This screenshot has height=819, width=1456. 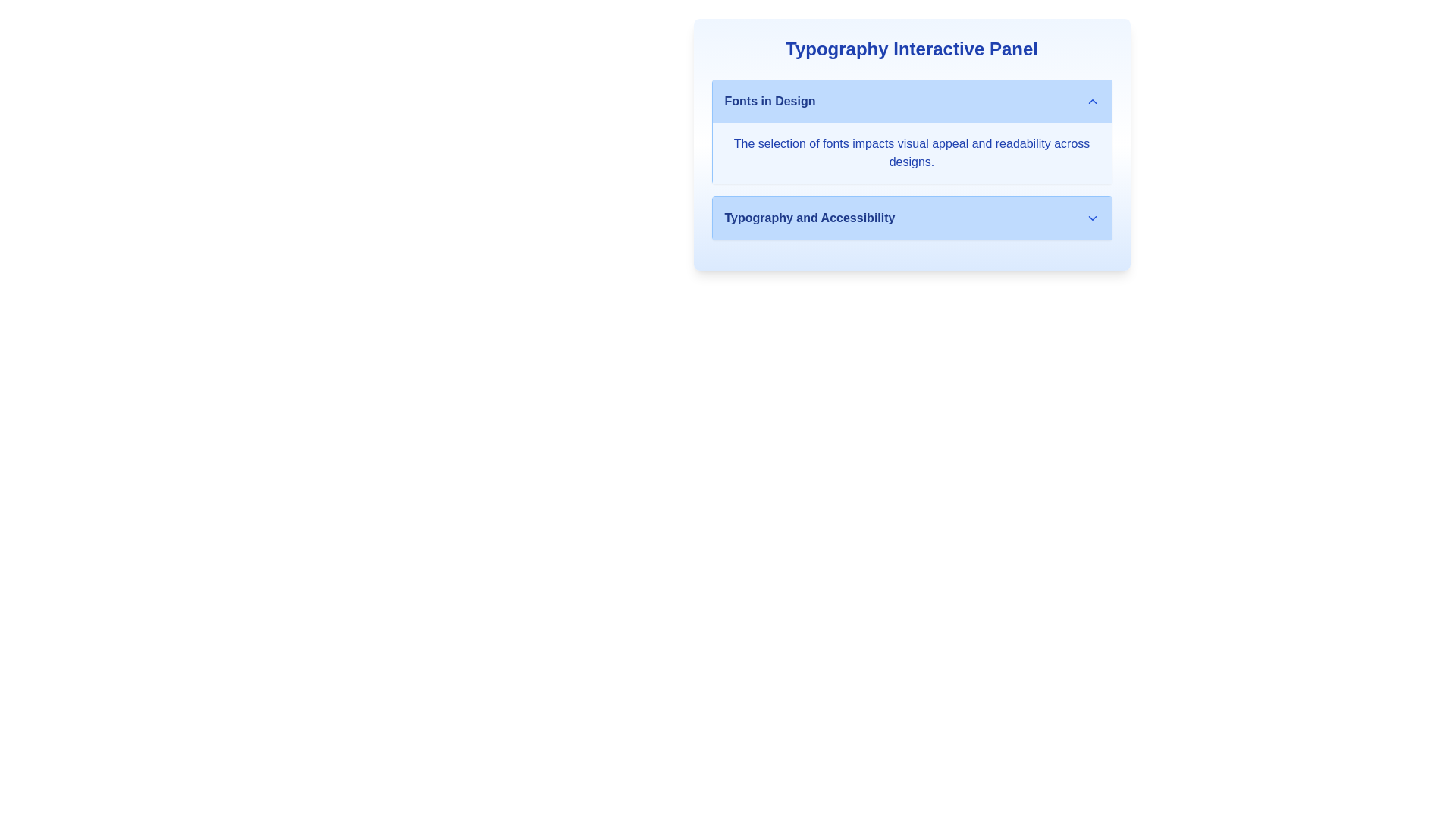 What do you see at coordinates (1092, 218) in the screenshot?
I see `the blue downward-pointing chevron icon located to the far right of the 'Typography and Accessibility' button` at bounding box center [1092, 218].